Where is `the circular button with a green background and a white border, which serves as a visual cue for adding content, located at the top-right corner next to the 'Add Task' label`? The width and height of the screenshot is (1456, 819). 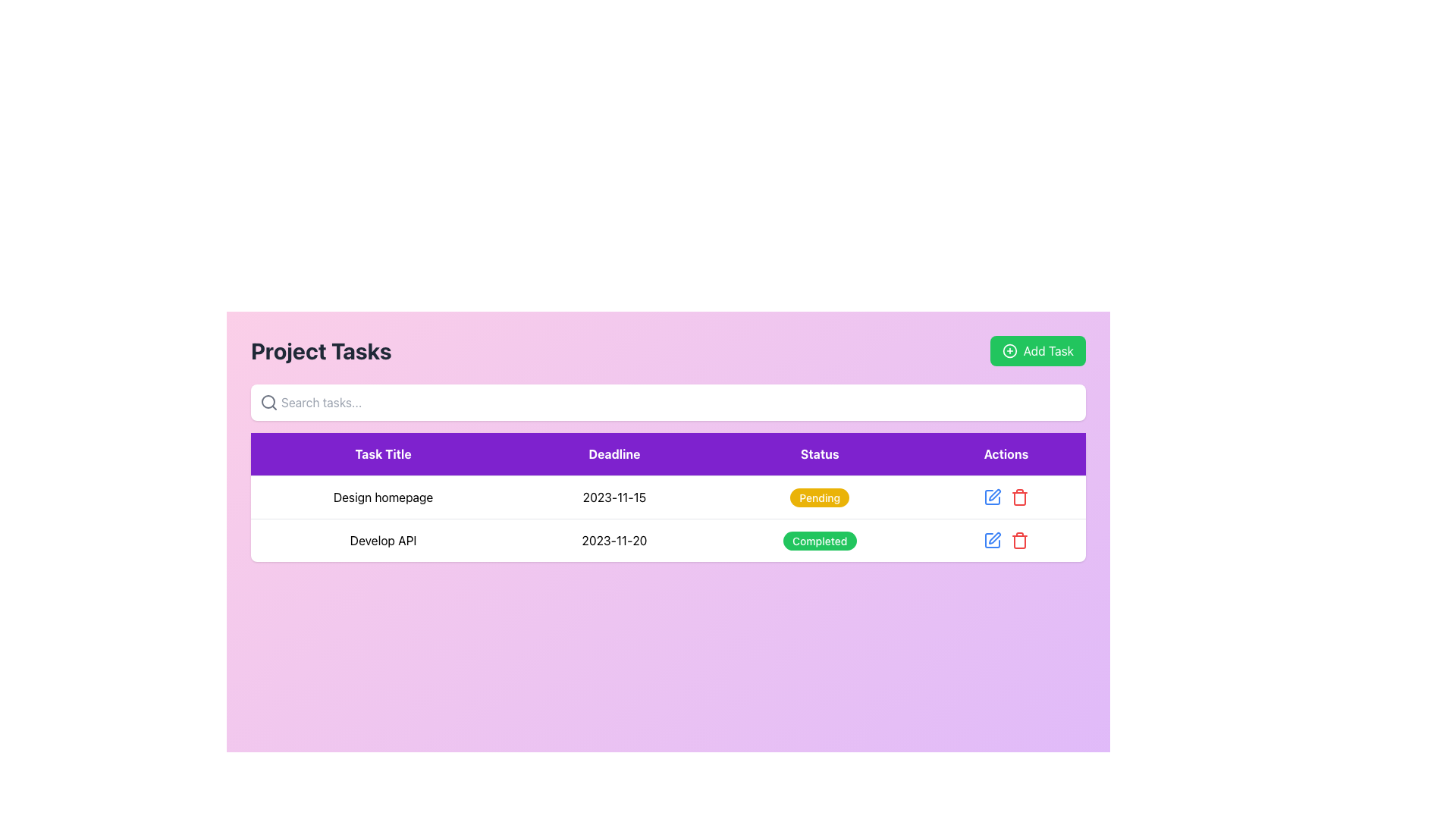
the circular button with a green background and a white border, which serves as a visual cue for adding content, located at the top-right corner next to the 'Add Task' label is located at coordinates (1009, 350).